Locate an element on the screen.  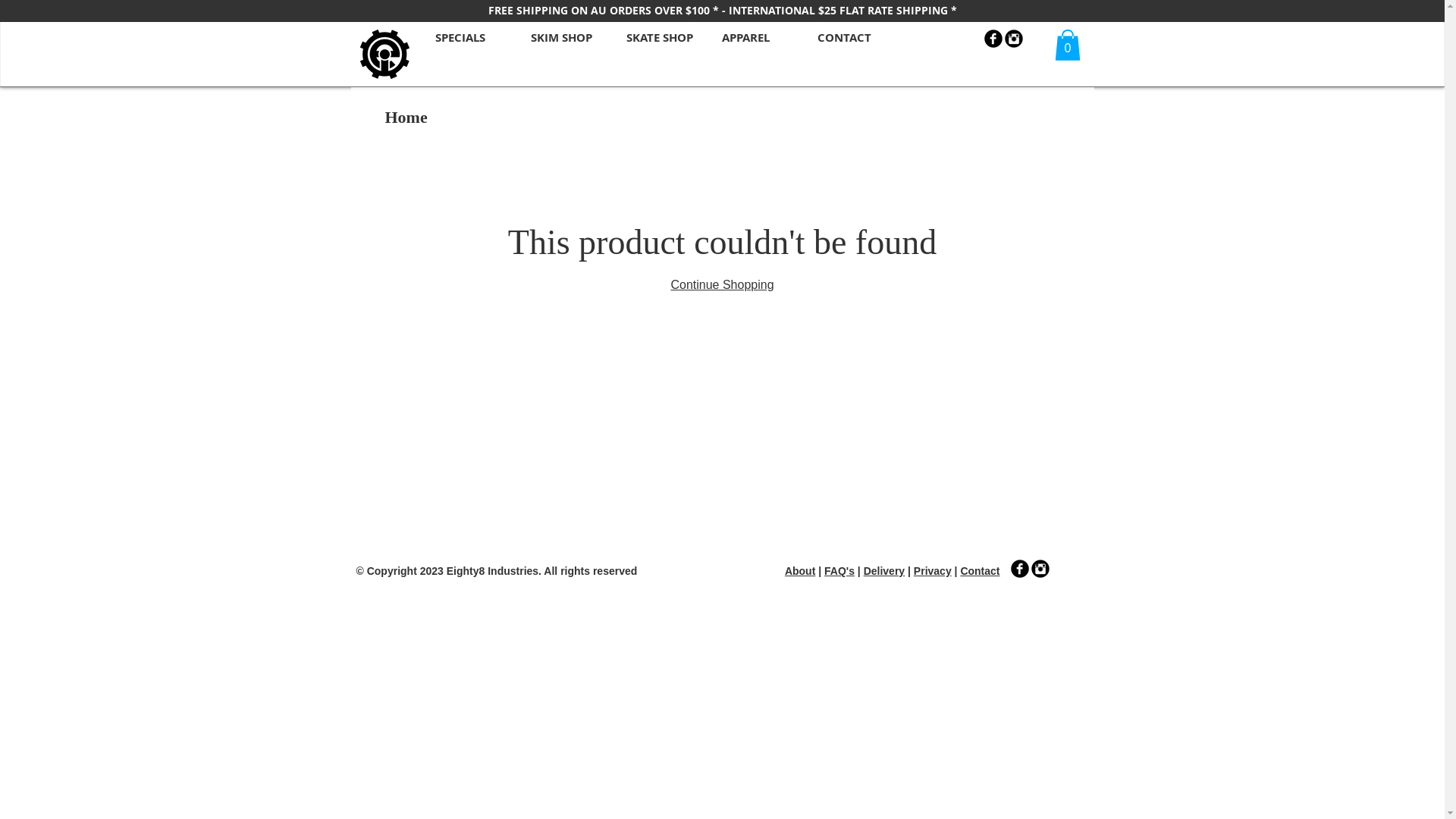
'CONTACT' is located at coordinates (850, 34).